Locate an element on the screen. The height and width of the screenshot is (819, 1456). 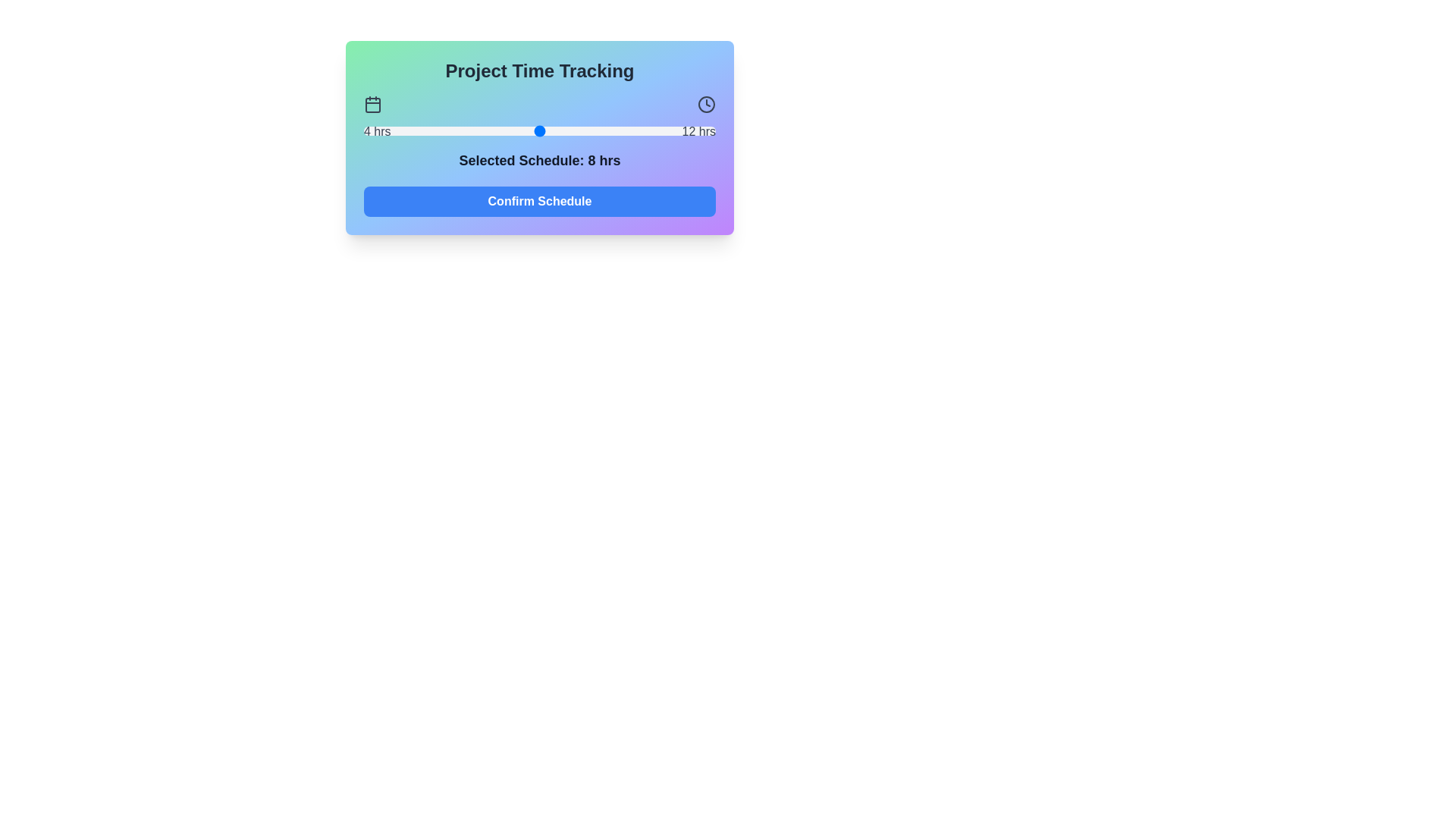
'Confirm Schedule' button to submit the selected schedule is located at coordinates (539, 201).